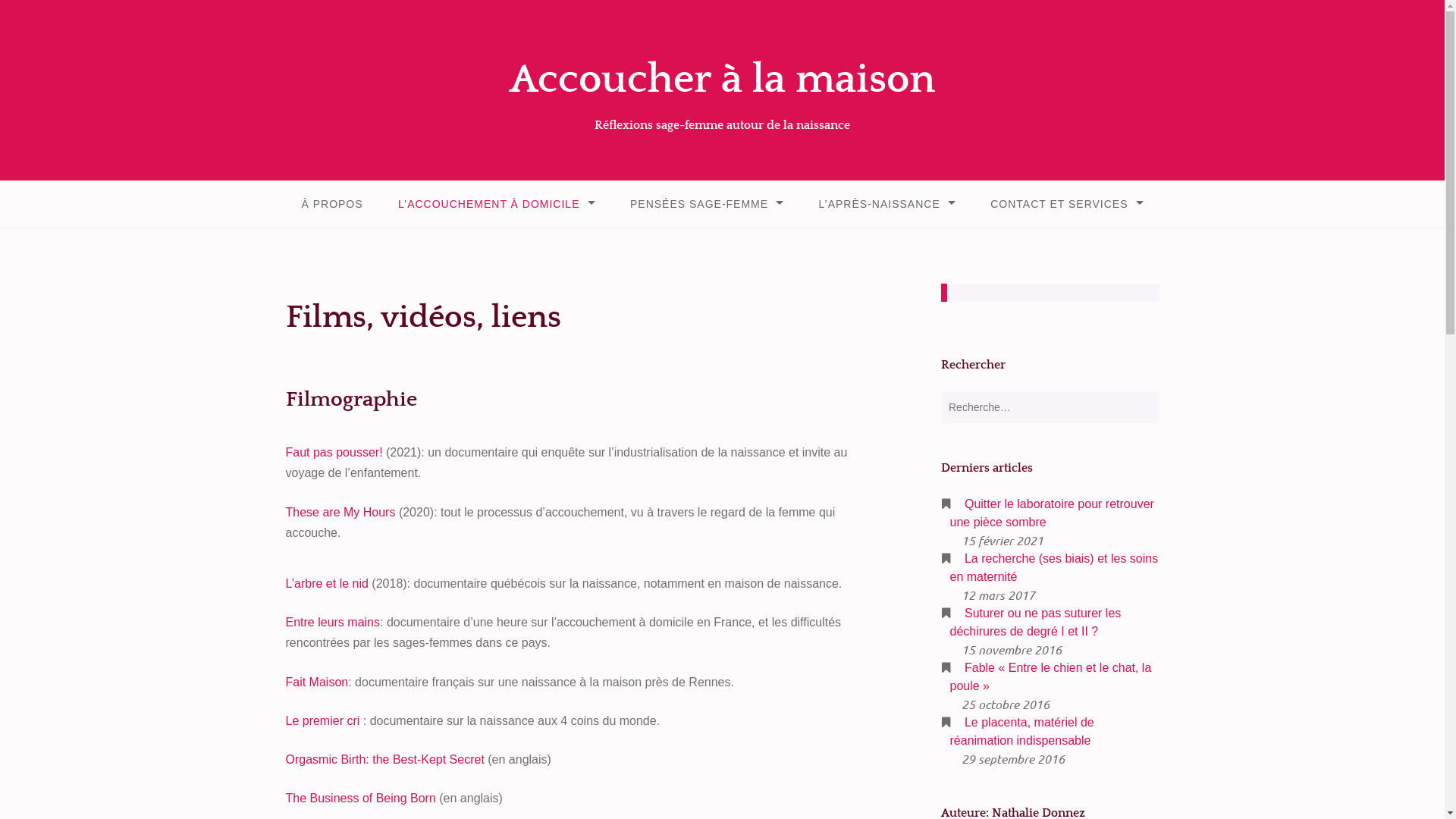  What do you see at coordinates (384, 759) in the screenshot?
I see `'Orgasmic Birth: the Best-Kept Secret'` at bounding box center [384, 759].